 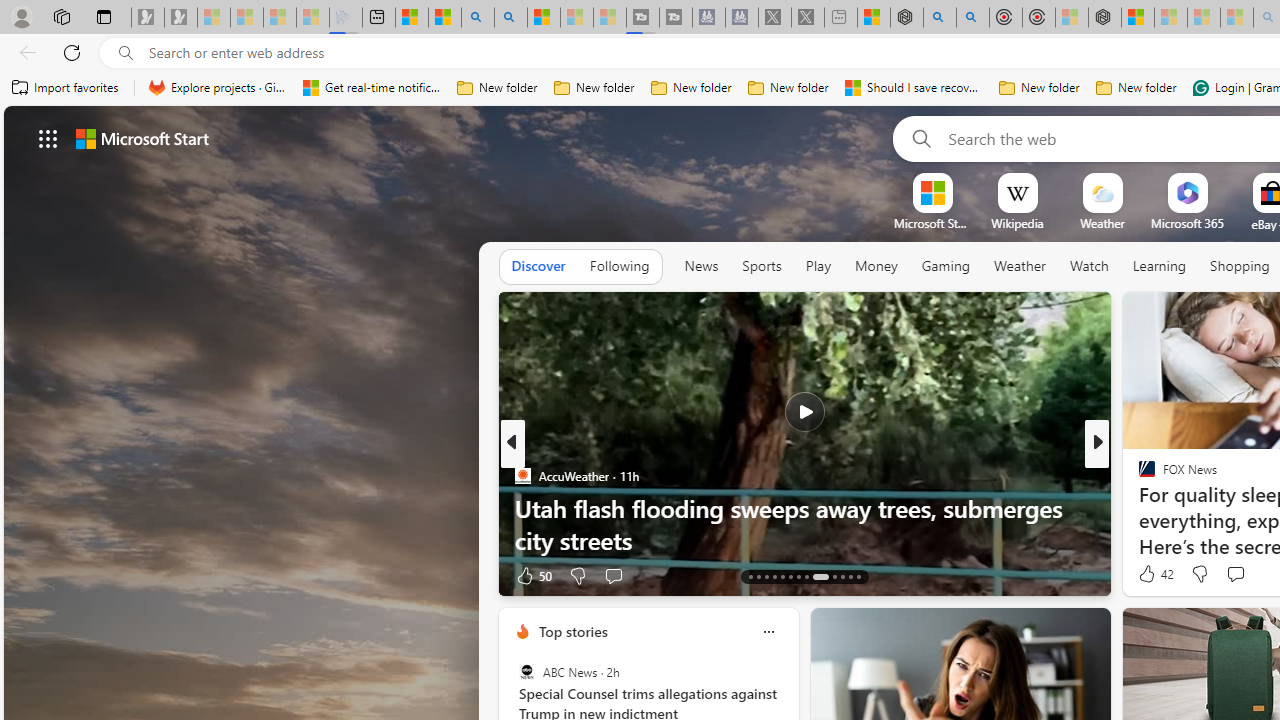 I want to click on 'AutomationID: tab-14', so click(x=757, y=577).